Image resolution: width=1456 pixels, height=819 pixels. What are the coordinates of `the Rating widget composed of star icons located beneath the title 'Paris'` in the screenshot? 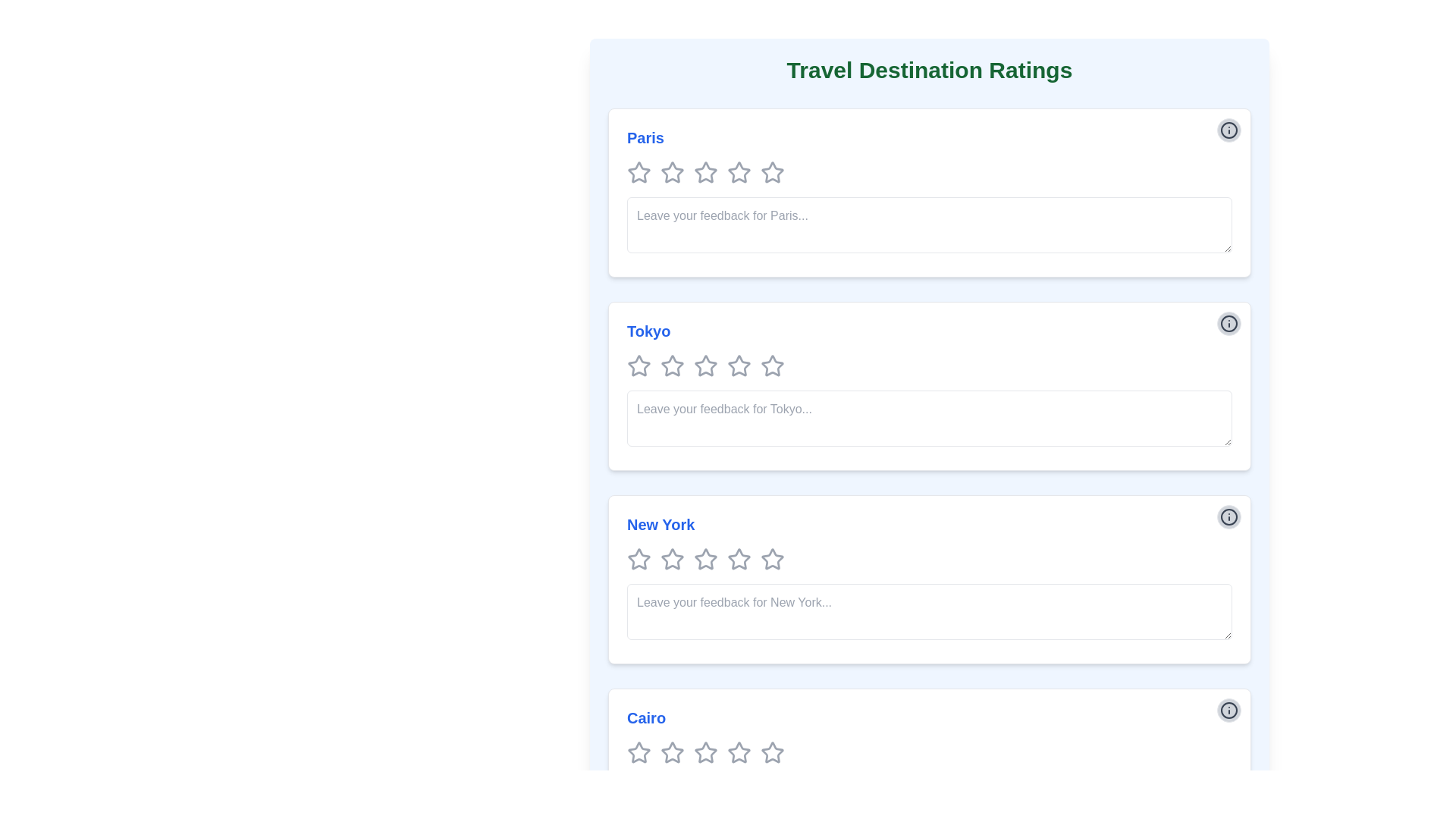 It's located at (928, 171).